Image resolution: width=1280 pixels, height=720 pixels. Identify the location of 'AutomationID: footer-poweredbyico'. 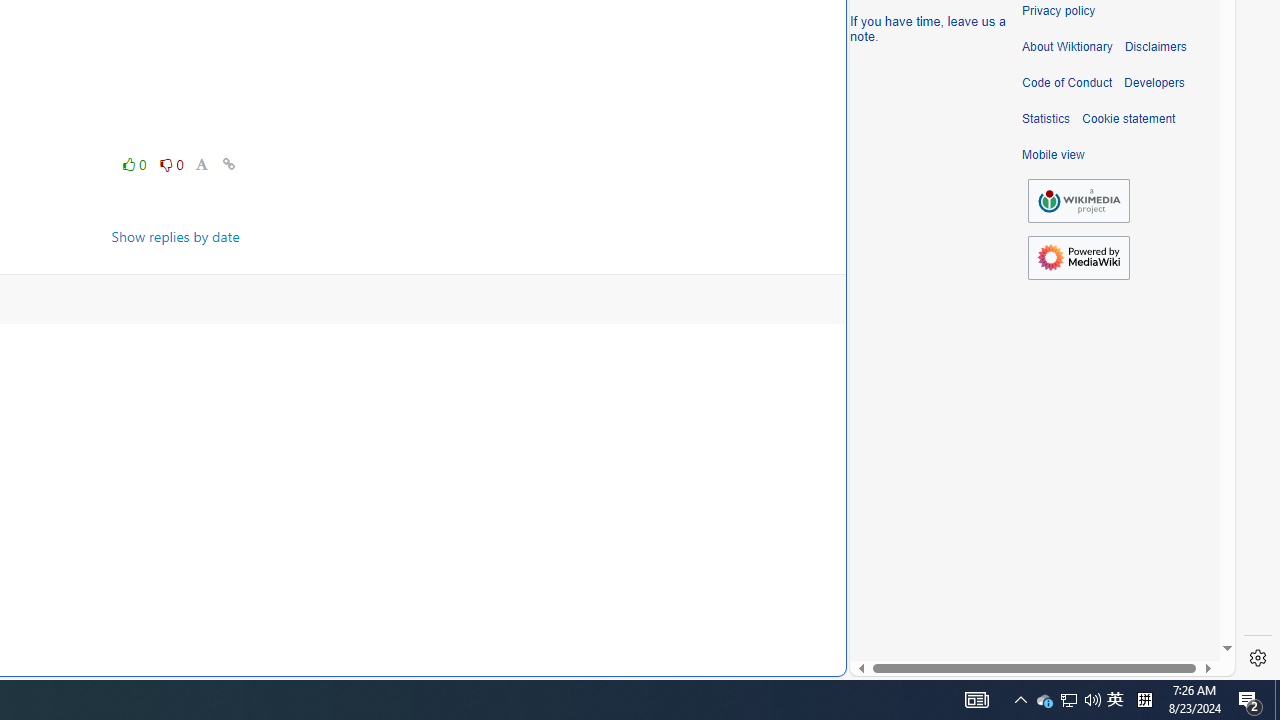
(1078, 257).